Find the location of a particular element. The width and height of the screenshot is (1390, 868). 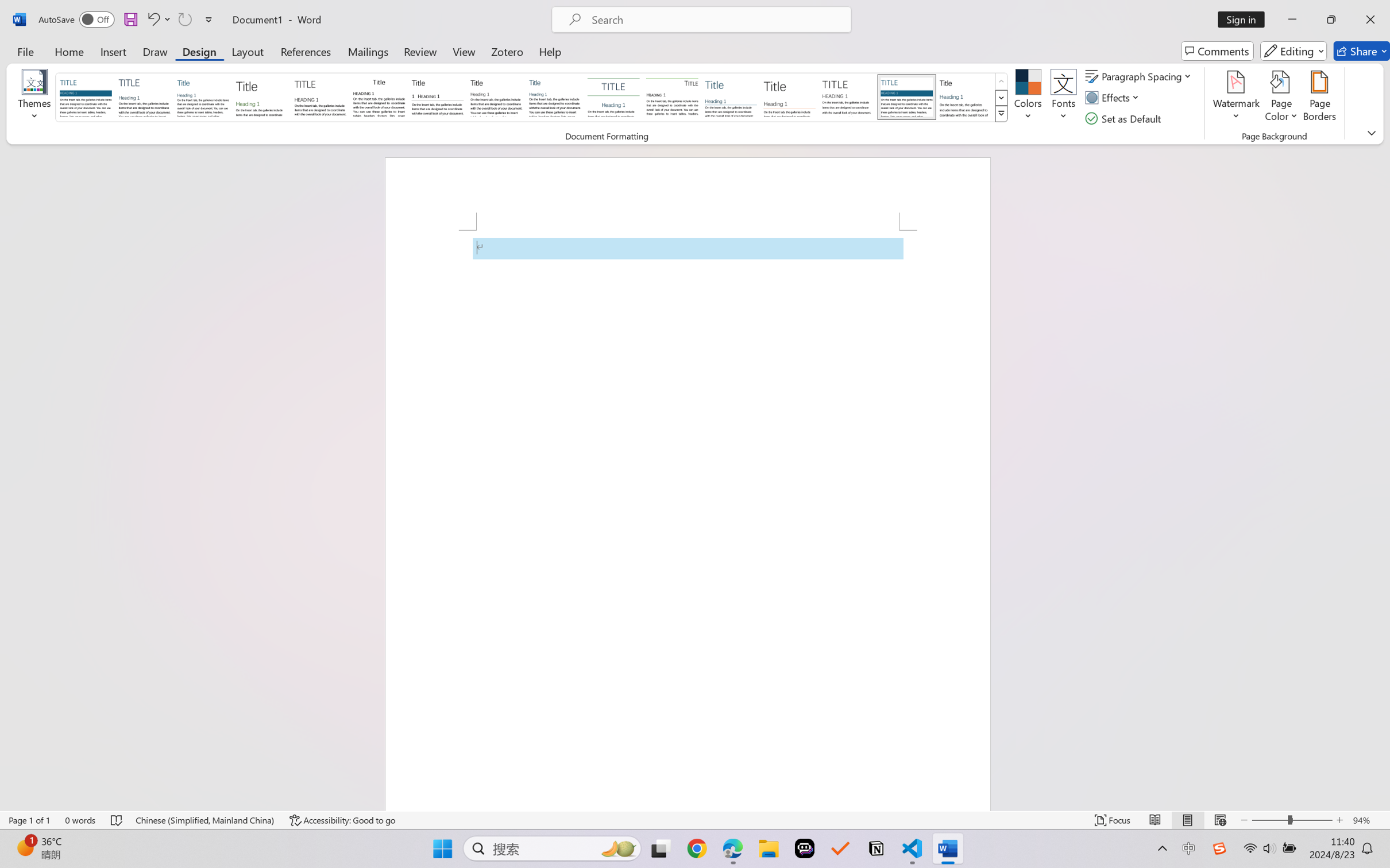

'Themes' is located at coordinates (34, 98).